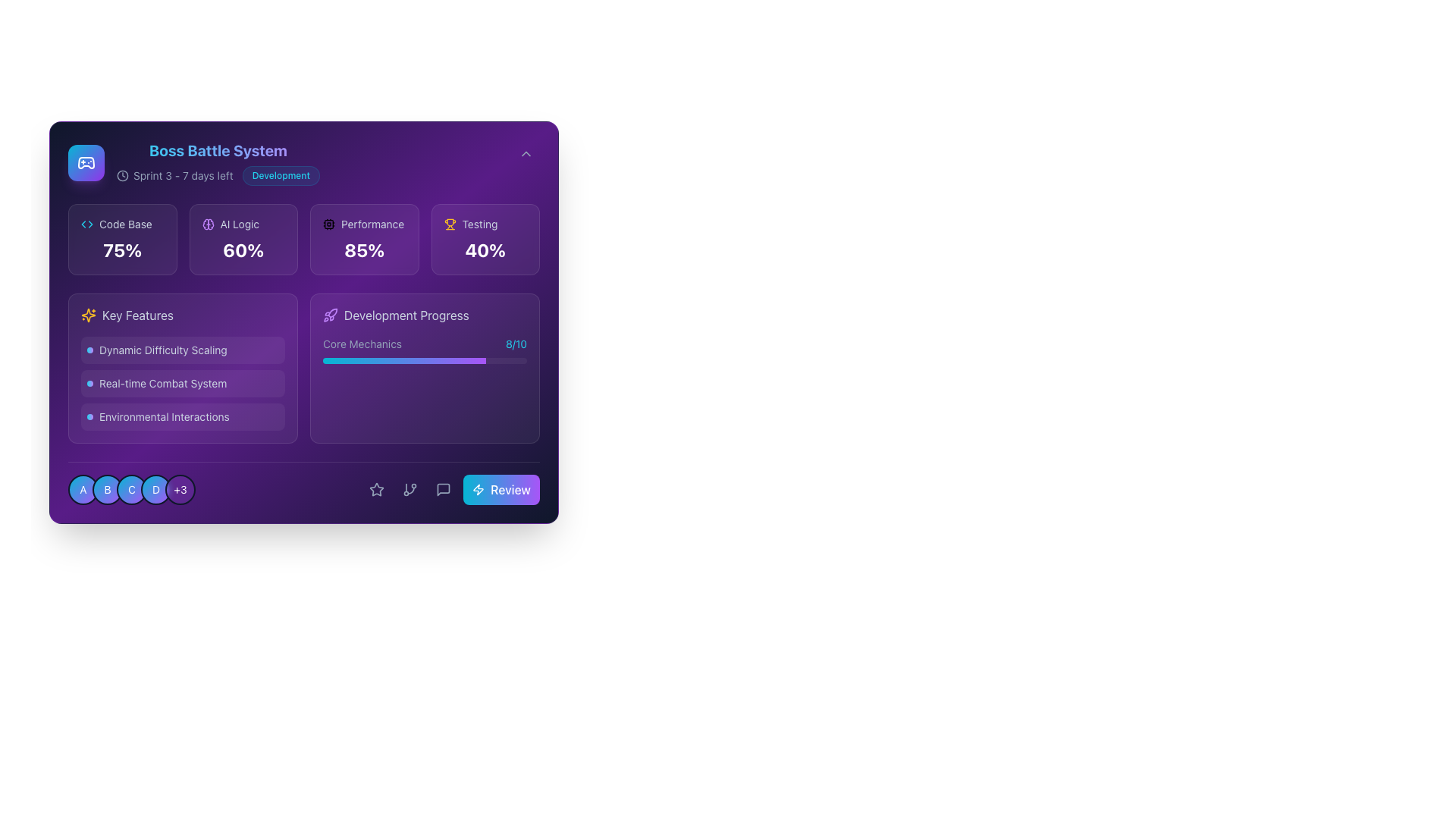 This screenshot has width=1456, height=819. I want to click on the details of the CPU icon, which has a greenish hue and is positioned to the left of the text 'Performance', so click(328, 224).